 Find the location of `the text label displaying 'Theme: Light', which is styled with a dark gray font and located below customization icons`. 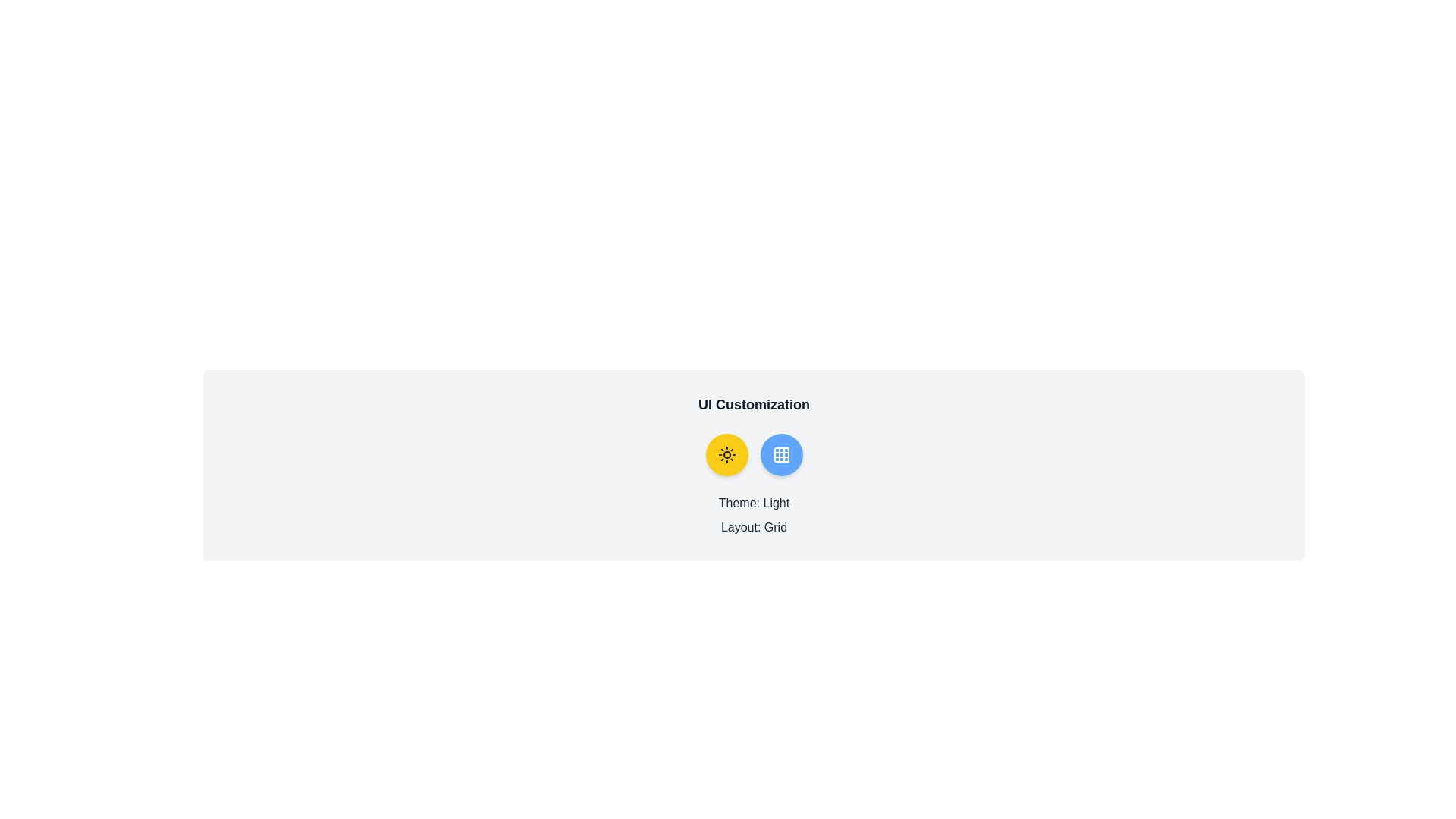

the text label displaying 'Theme: Light', which is styled with a dark gray font and located below customization icons is located at coordinates (754, 503).